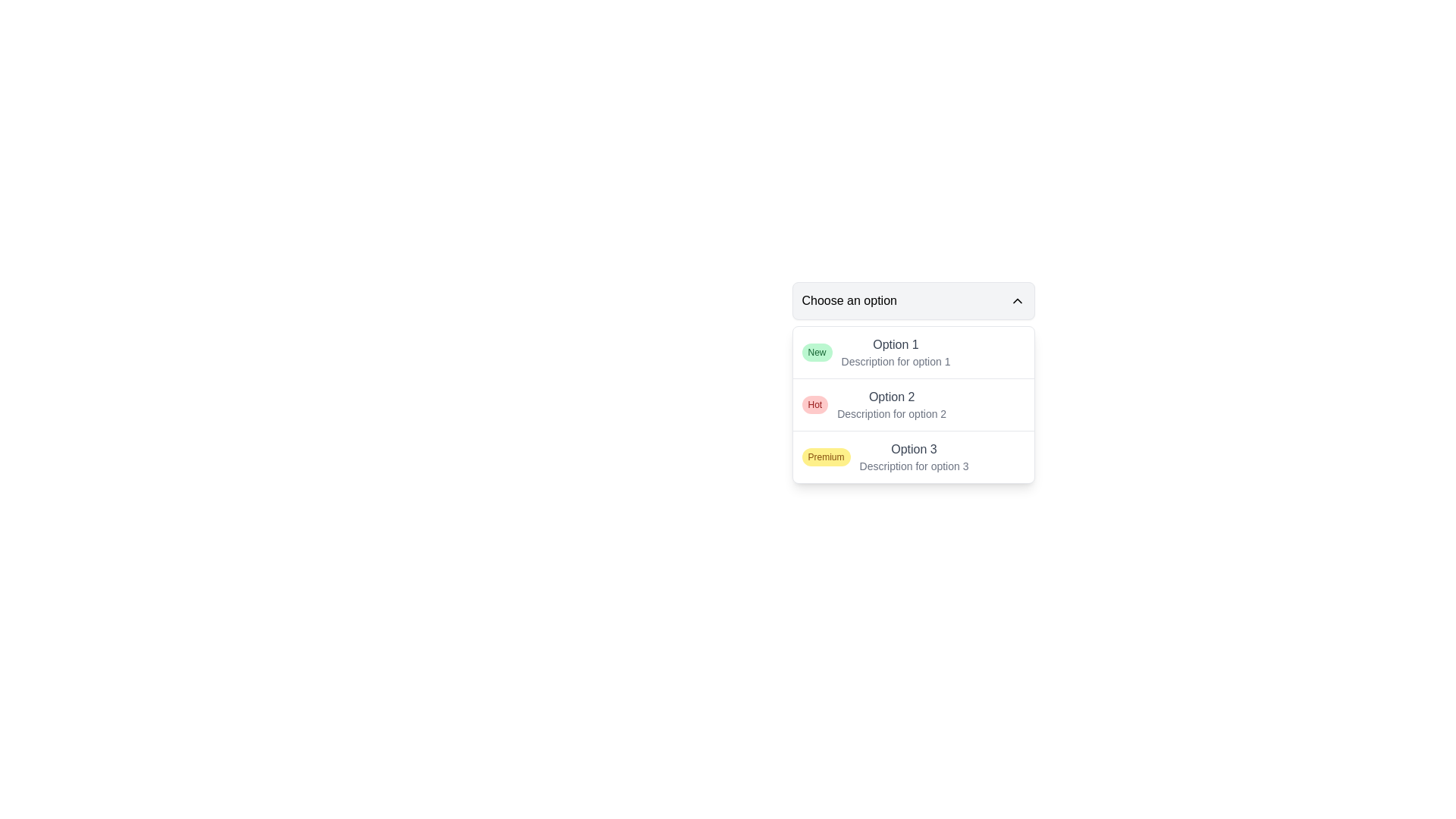 This screenshot has width=1456, height=819. What do you see at coordinates (913, 456) in the screenshot?
I see `the List Item representing 'Option 3' in the dropdown menu` at bounding box center [913, 456].